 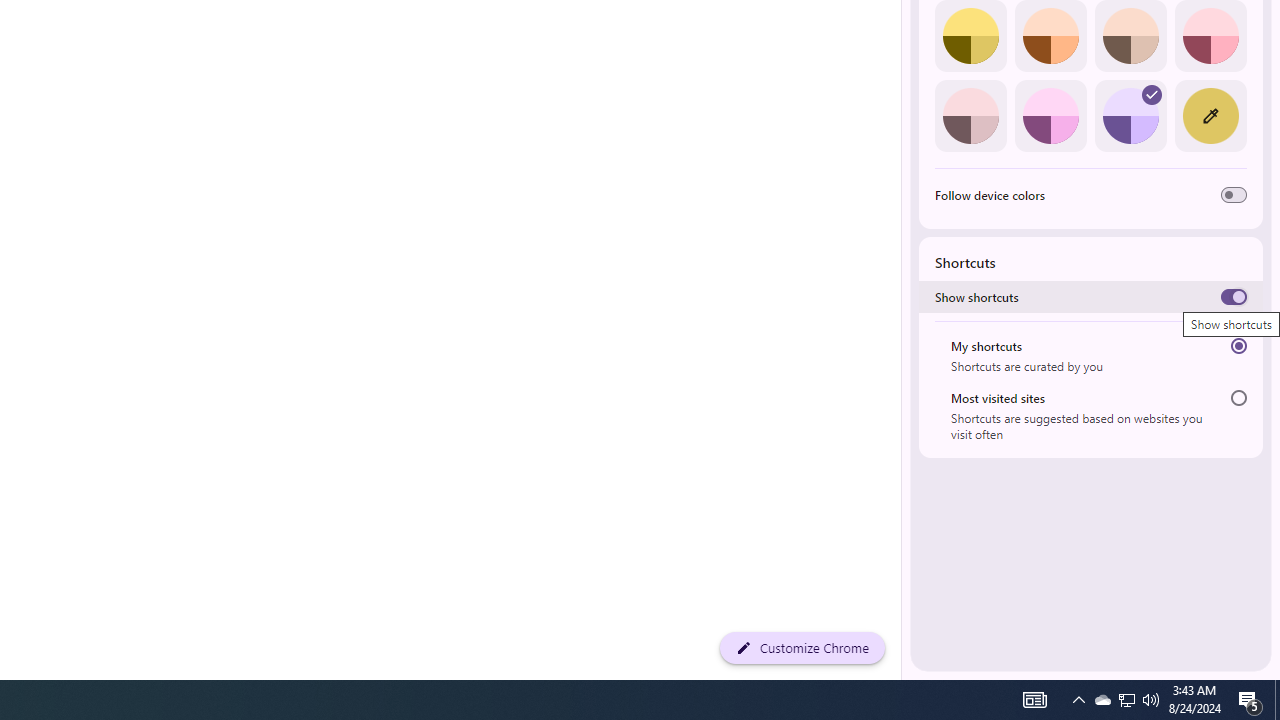 What do you see at coordinates (1049, 36) in the screenshot?
I see `'Orange'` at bounding box center [1049, 36].